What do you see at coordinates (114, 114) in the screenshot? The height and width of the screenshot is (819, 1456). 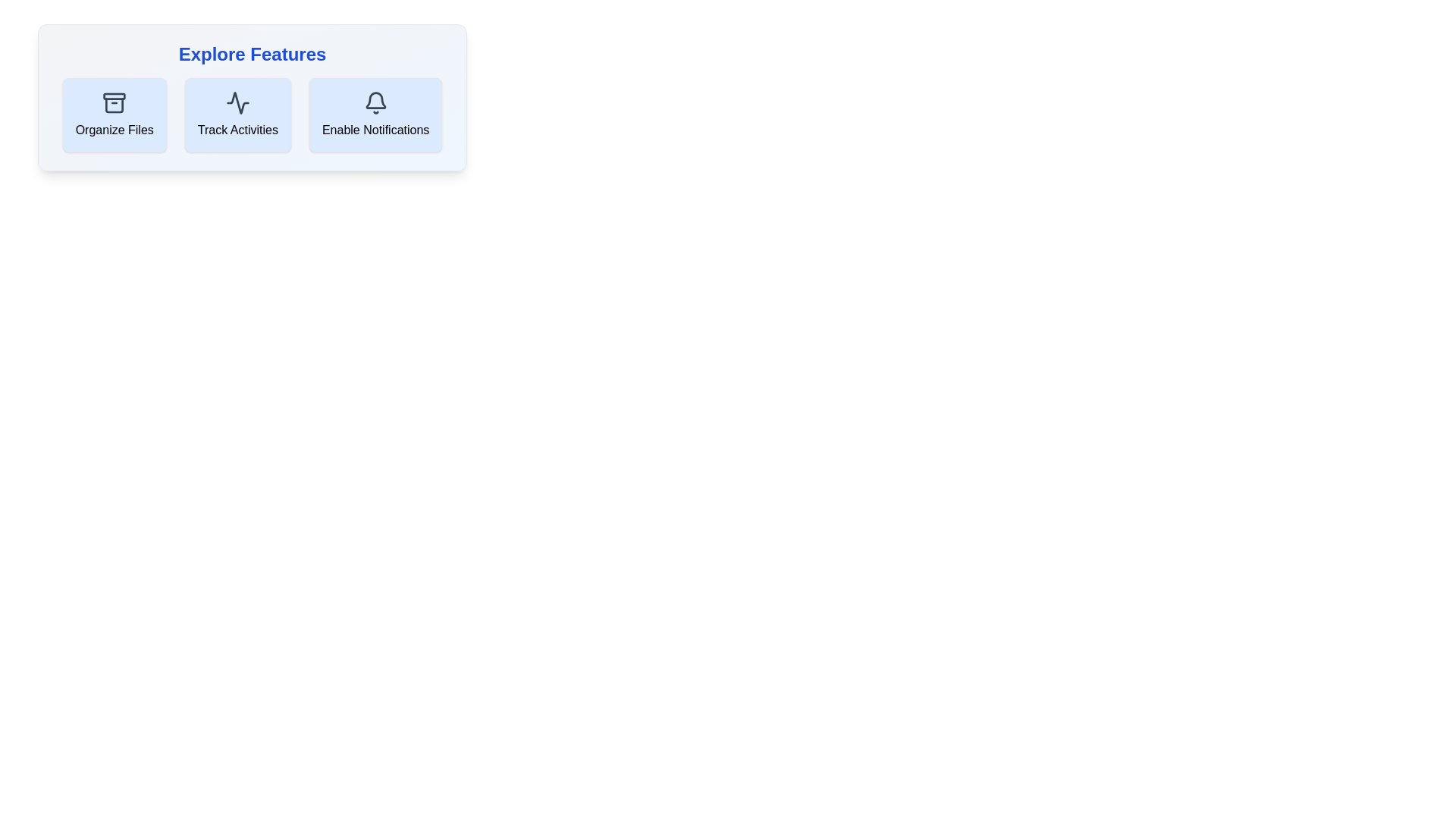 I see `the first button in the 'Explore Features' section` at bounding box center [114, 114].